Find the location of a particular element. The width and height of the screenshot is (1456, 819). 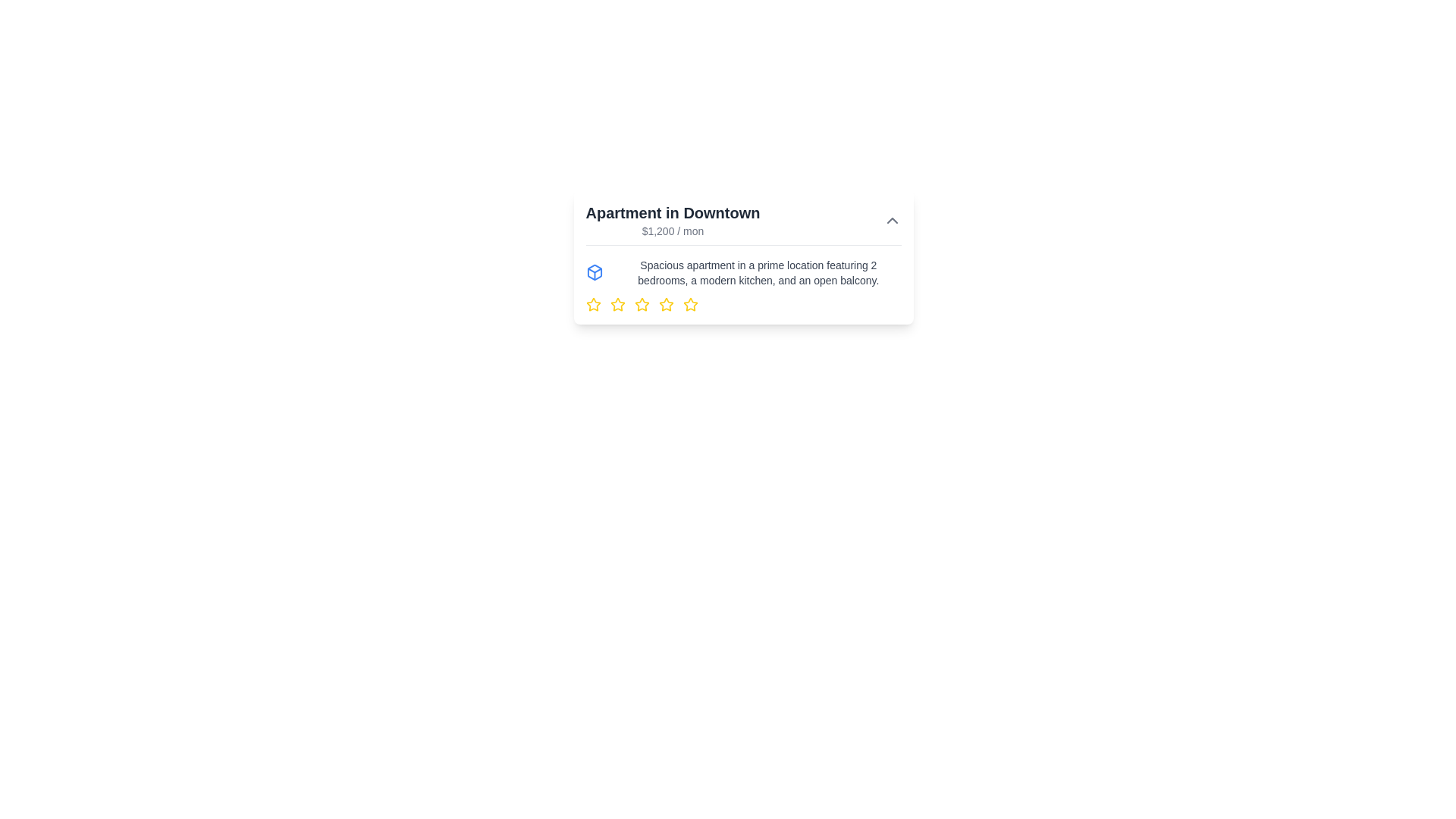

the text block containing the title 'Apartment in Downtown' and the subtext '$1,200 / mon' is located at coordinates (672, 220).